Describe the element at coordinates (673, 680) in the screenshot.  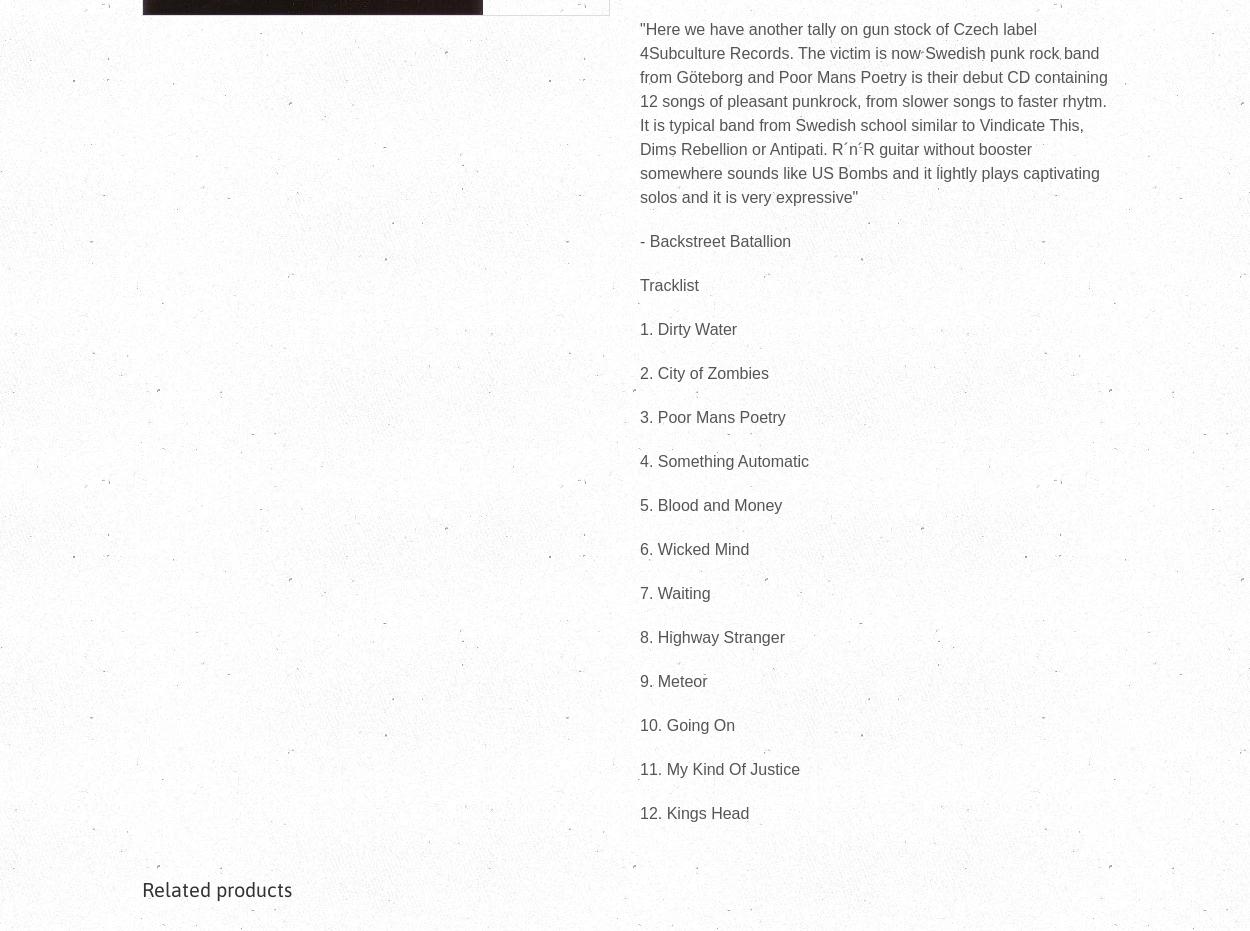
I see `'9. Meteor'` at that location.